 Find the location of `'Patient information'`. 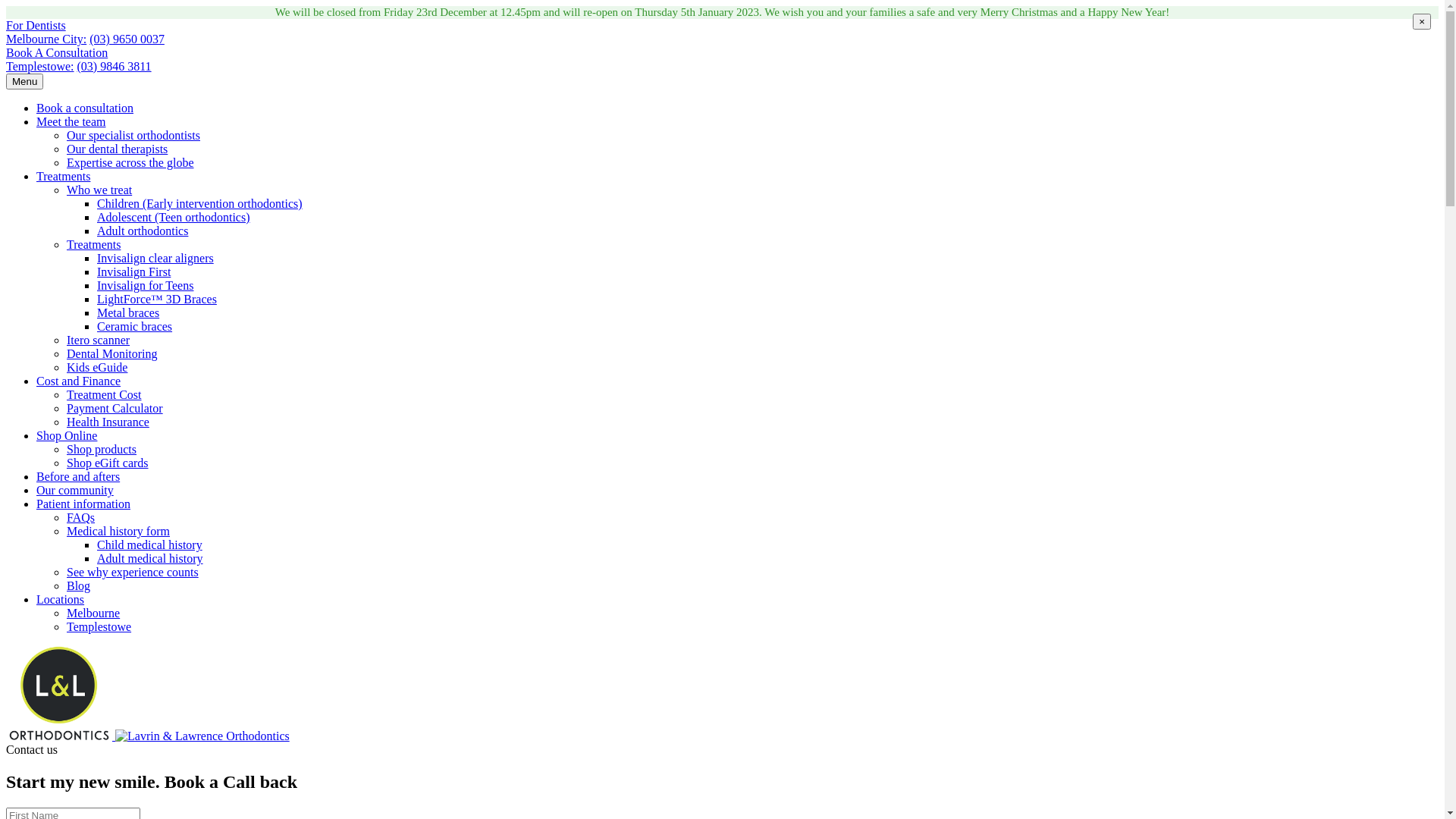

'Patient information' is located at coordinates (83, 504).